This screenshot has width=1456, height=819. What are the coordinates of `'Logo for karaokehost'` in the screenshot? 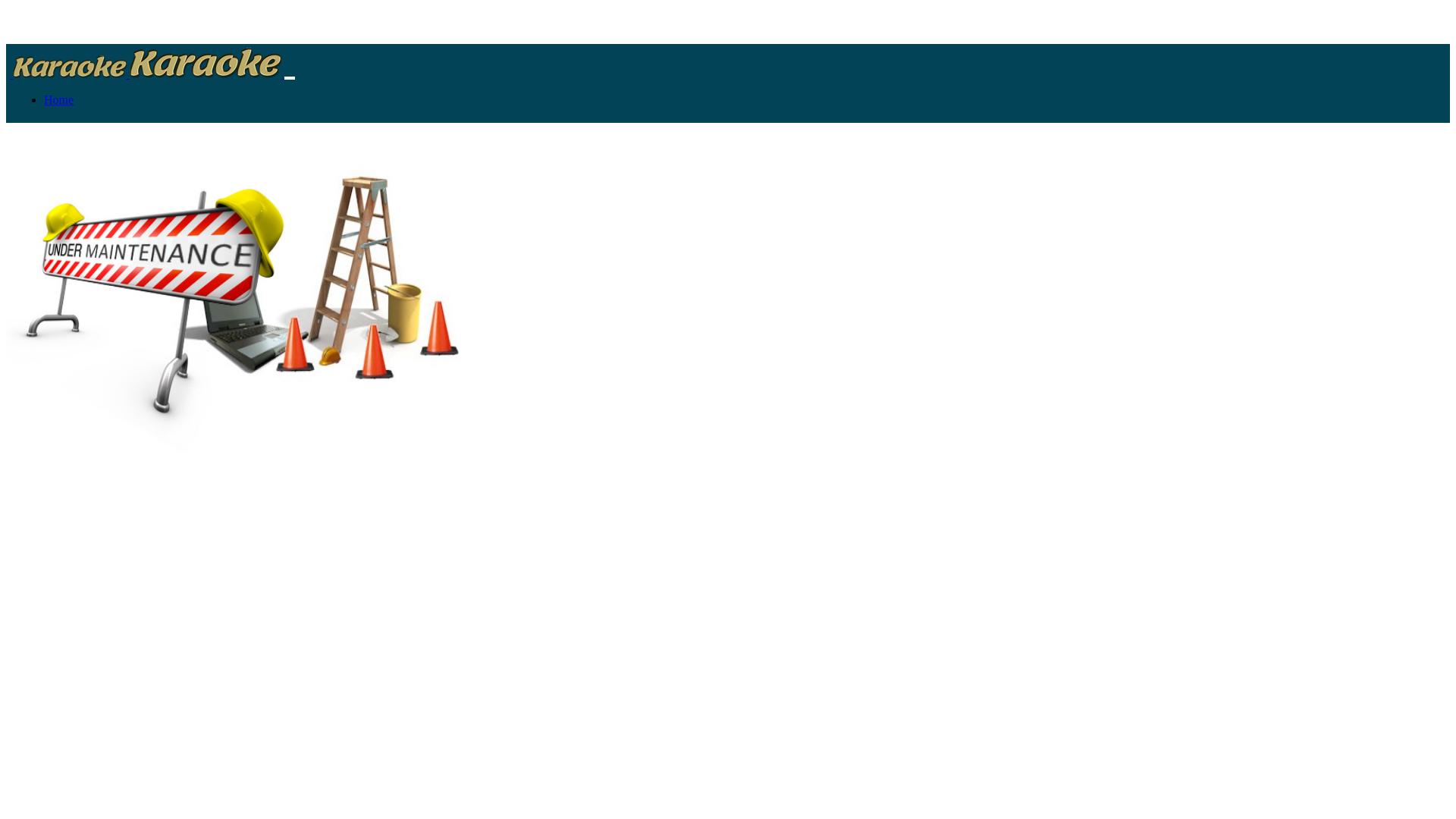 It's located at (68, 66).